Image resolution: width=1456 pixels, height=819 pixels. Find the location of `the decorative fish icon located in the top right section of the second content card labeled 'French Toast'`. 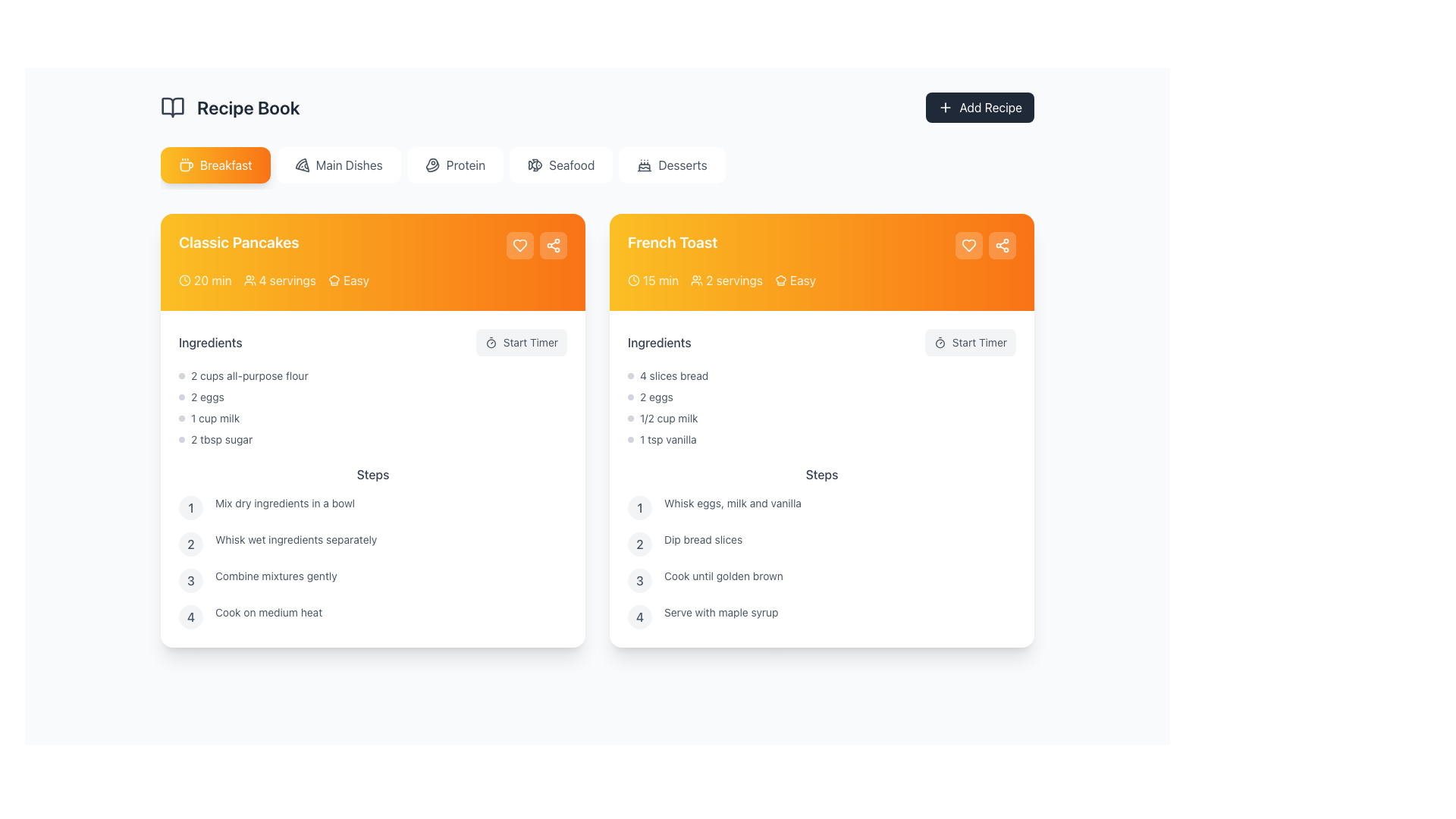

the decorative fish icon located in the top right section of the second content card labeled 'French Toast' is located at coordinates (537, 165).